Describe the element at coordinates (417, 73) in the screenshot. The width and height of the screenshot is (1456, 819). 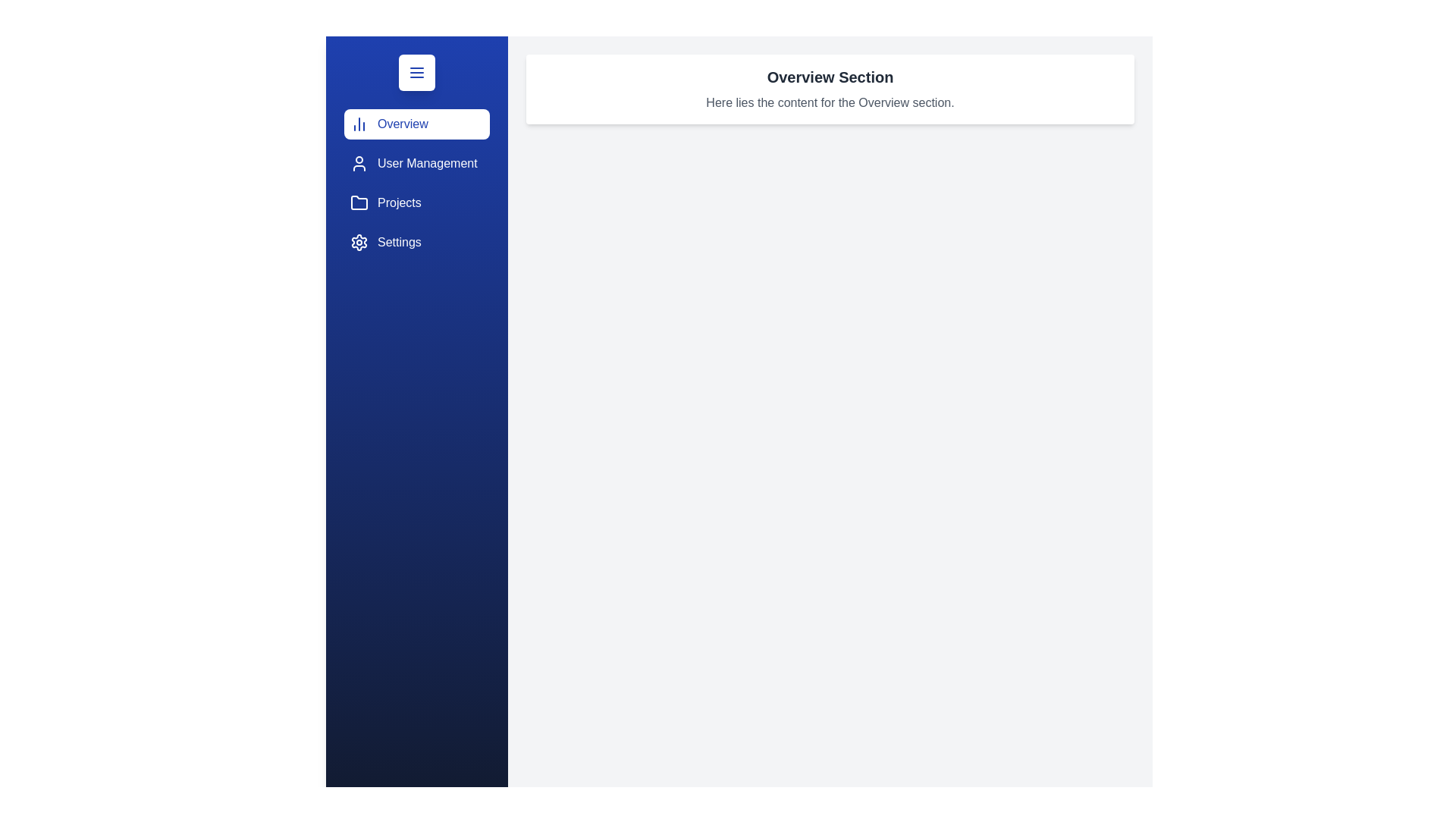
I see `button at the top-left corner of the sidebar to toggle its visibility` at that location.